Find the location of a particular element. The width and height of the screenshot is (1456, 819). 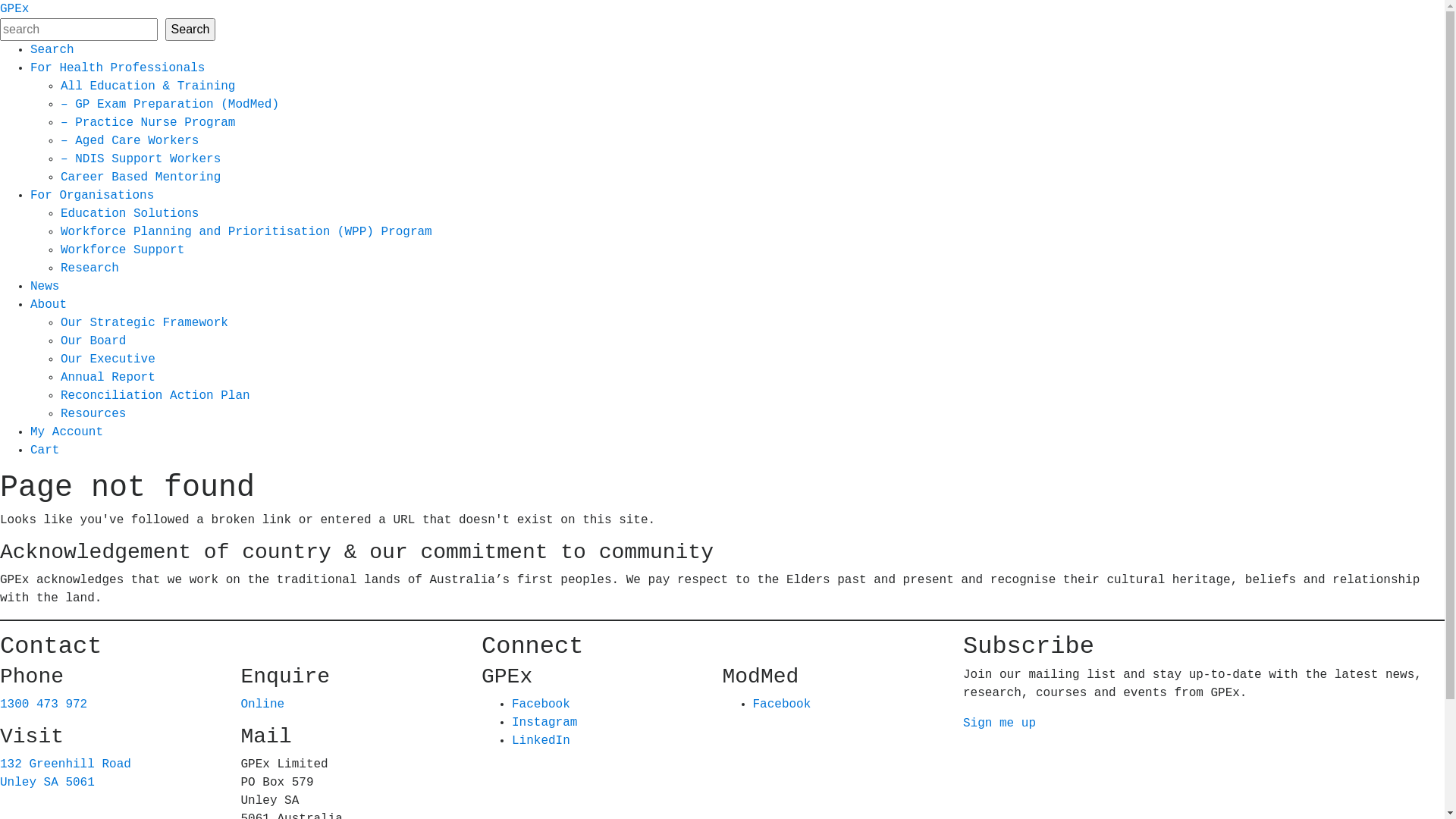

'Our Executive' is located at coordinates (107, 359).